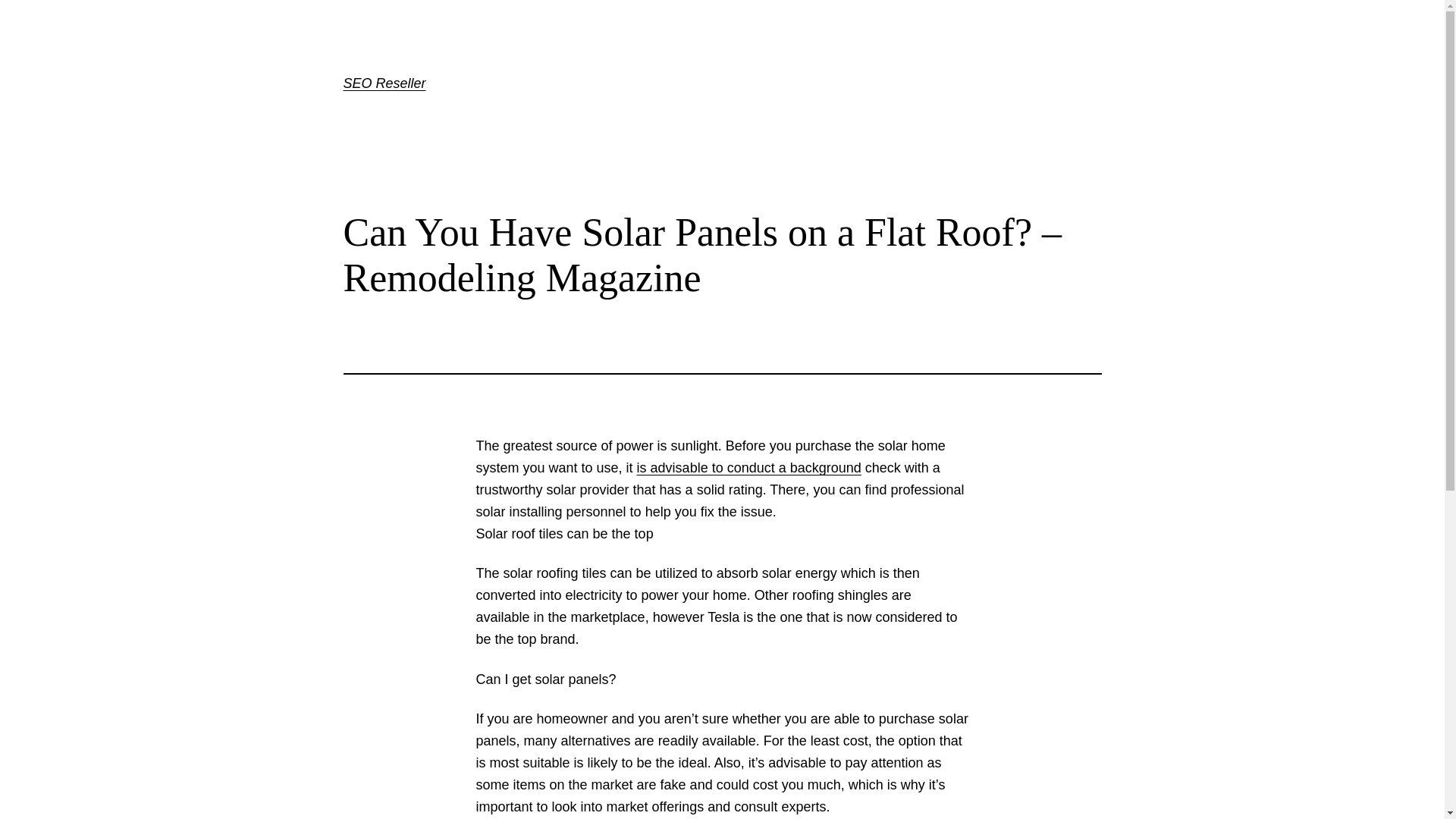 This screenshot has height=819, width=1456. I want to click on 'SEO Reseller', so click(384, 83).